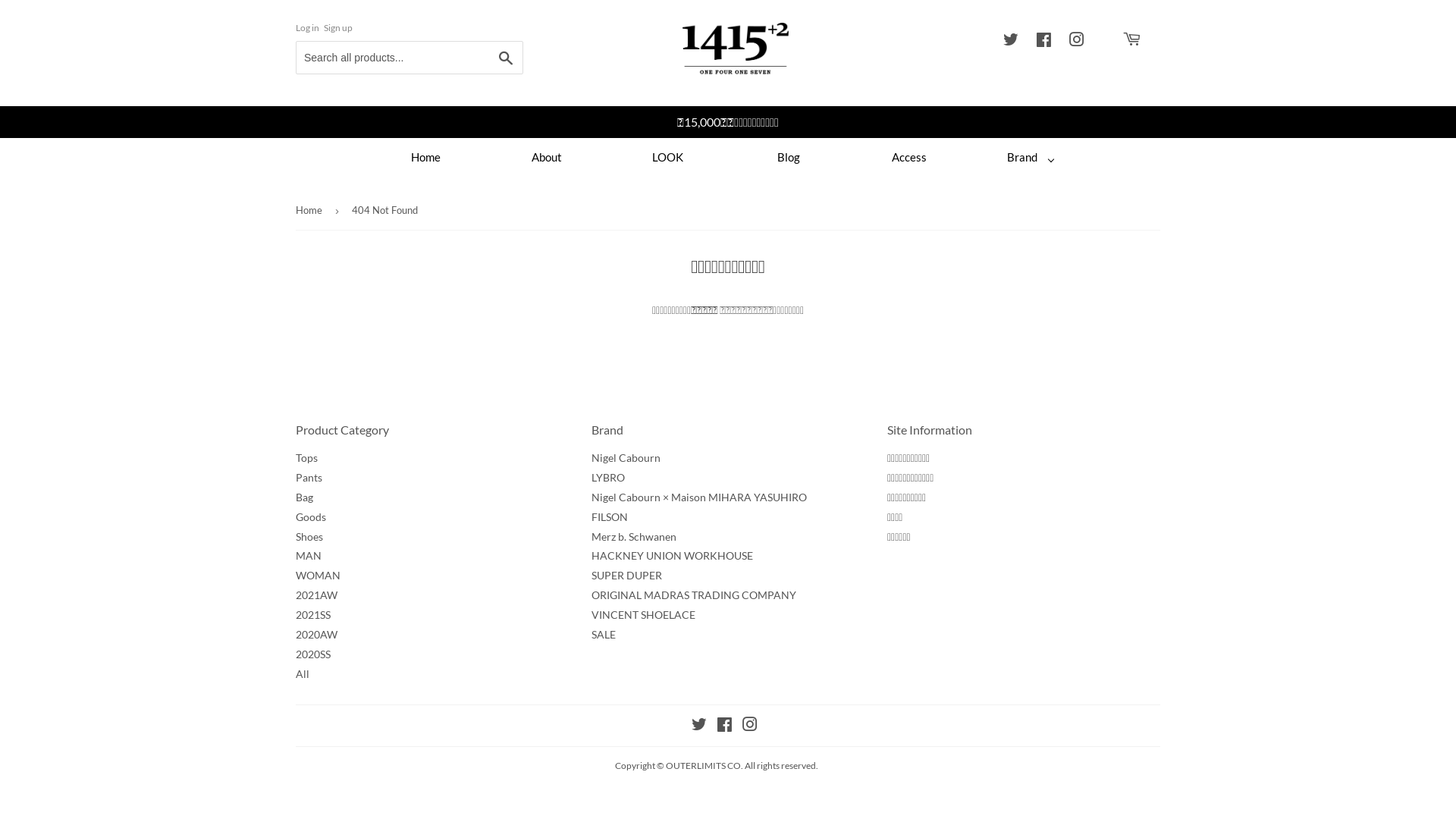 The height and width of the screenshot is (819, 1456). Describe the element at coordinates (308, 555) in the screenshot. I see `'MAN'` at that location.